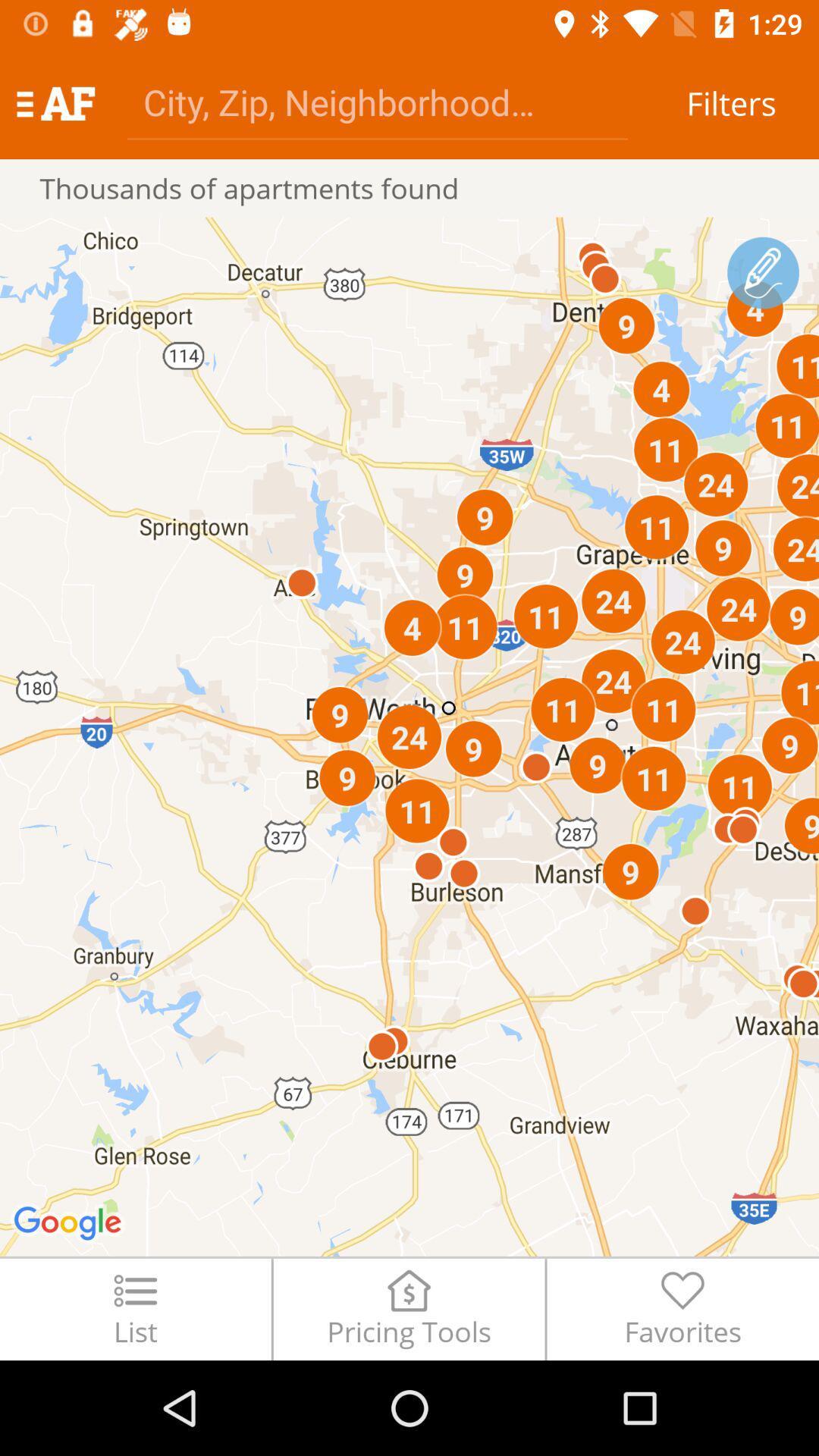  I want to click on icon above the thousands of apartments item, so click(376, 101).